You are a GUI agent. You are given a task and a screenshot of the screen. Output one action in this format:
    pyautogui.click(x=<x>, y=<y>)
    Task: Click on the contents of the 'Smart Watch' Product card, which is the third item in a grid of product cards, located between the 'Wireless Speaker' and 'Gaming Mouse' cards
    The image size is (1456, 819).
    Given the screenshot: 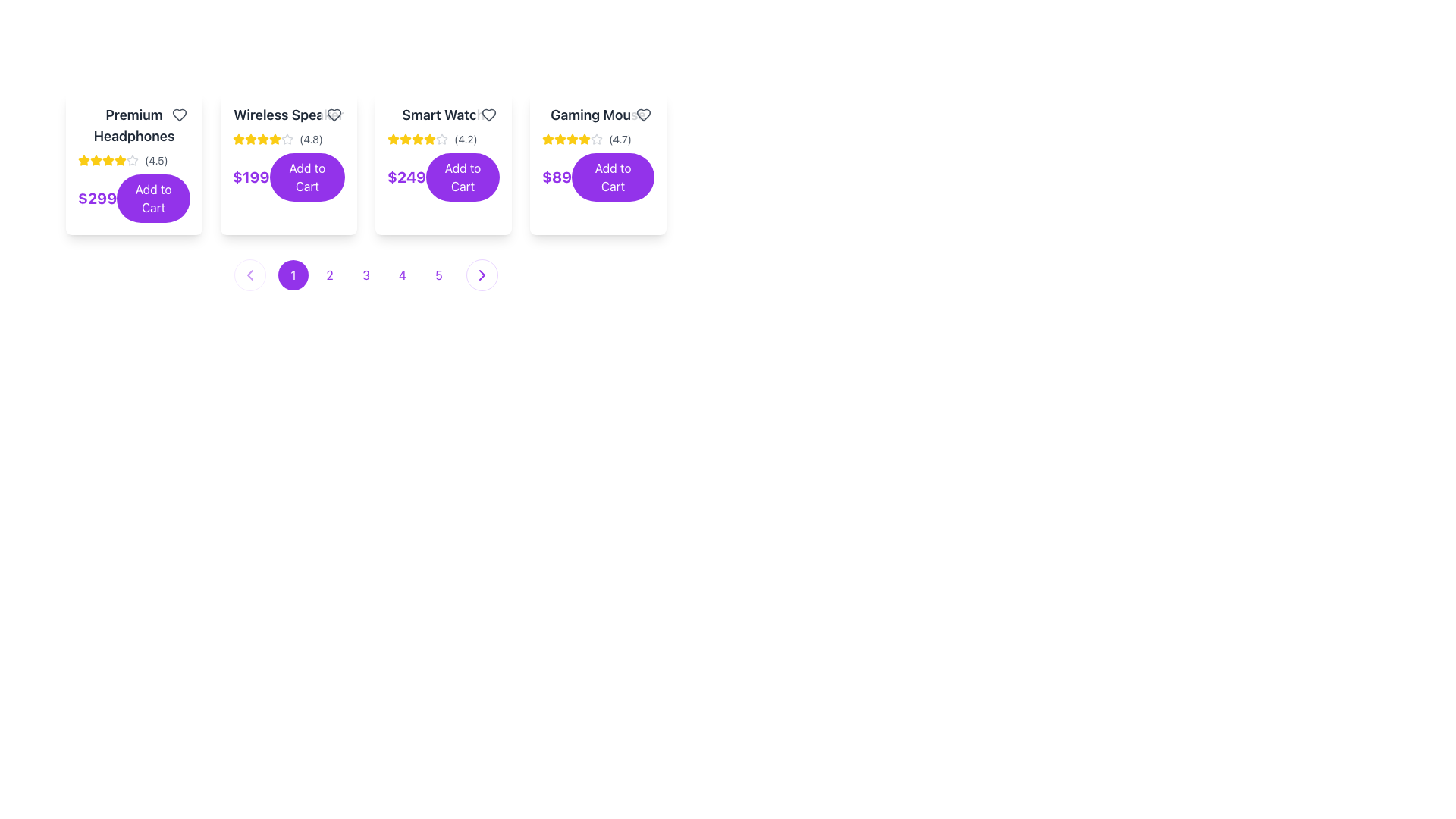 What is the action you would take?
    pyautogui.click(x=443, y=164)
    